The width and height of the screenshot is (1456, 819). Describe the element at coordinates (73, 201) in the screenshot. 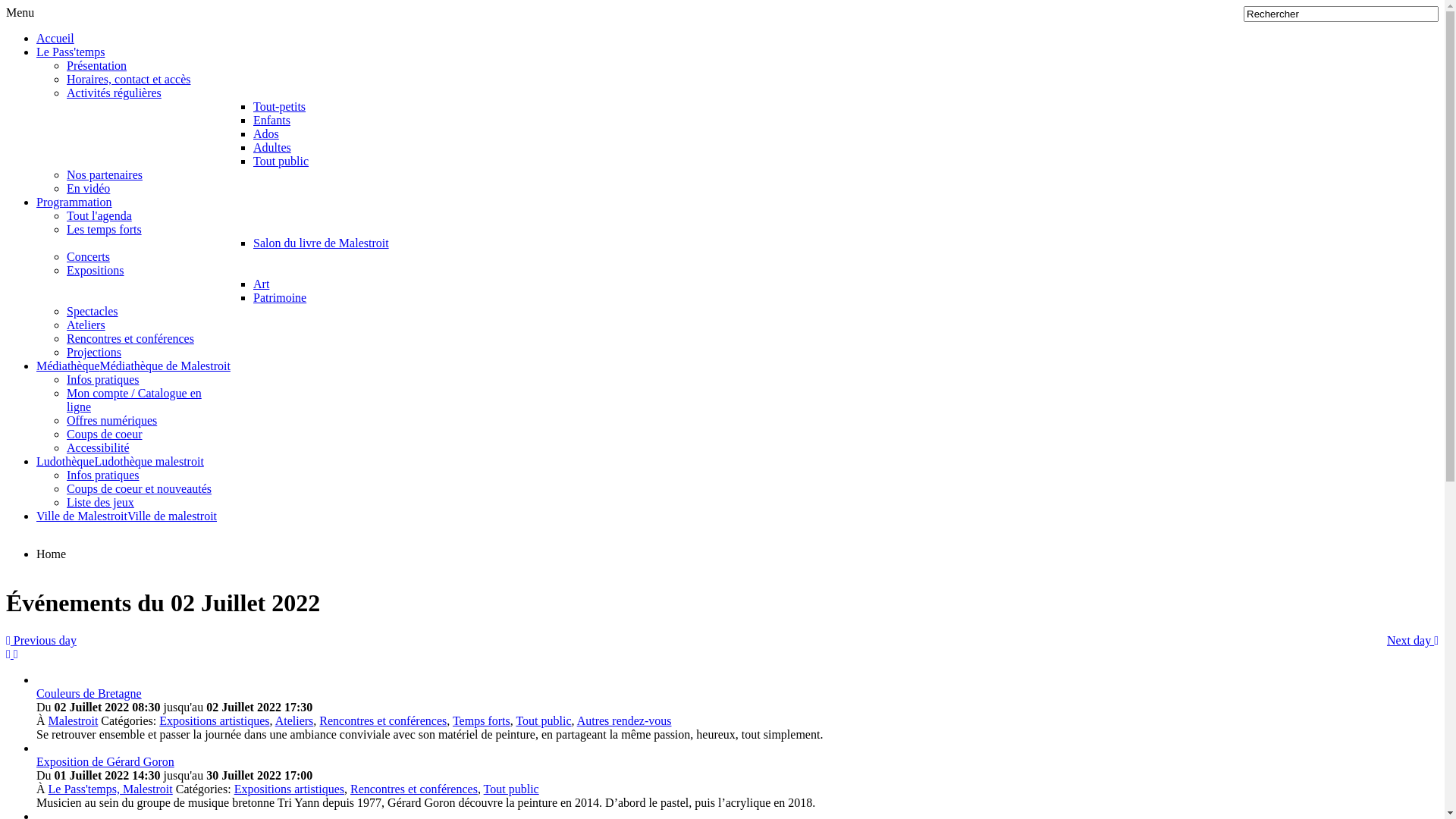

I see `'Programmation'` at that location.